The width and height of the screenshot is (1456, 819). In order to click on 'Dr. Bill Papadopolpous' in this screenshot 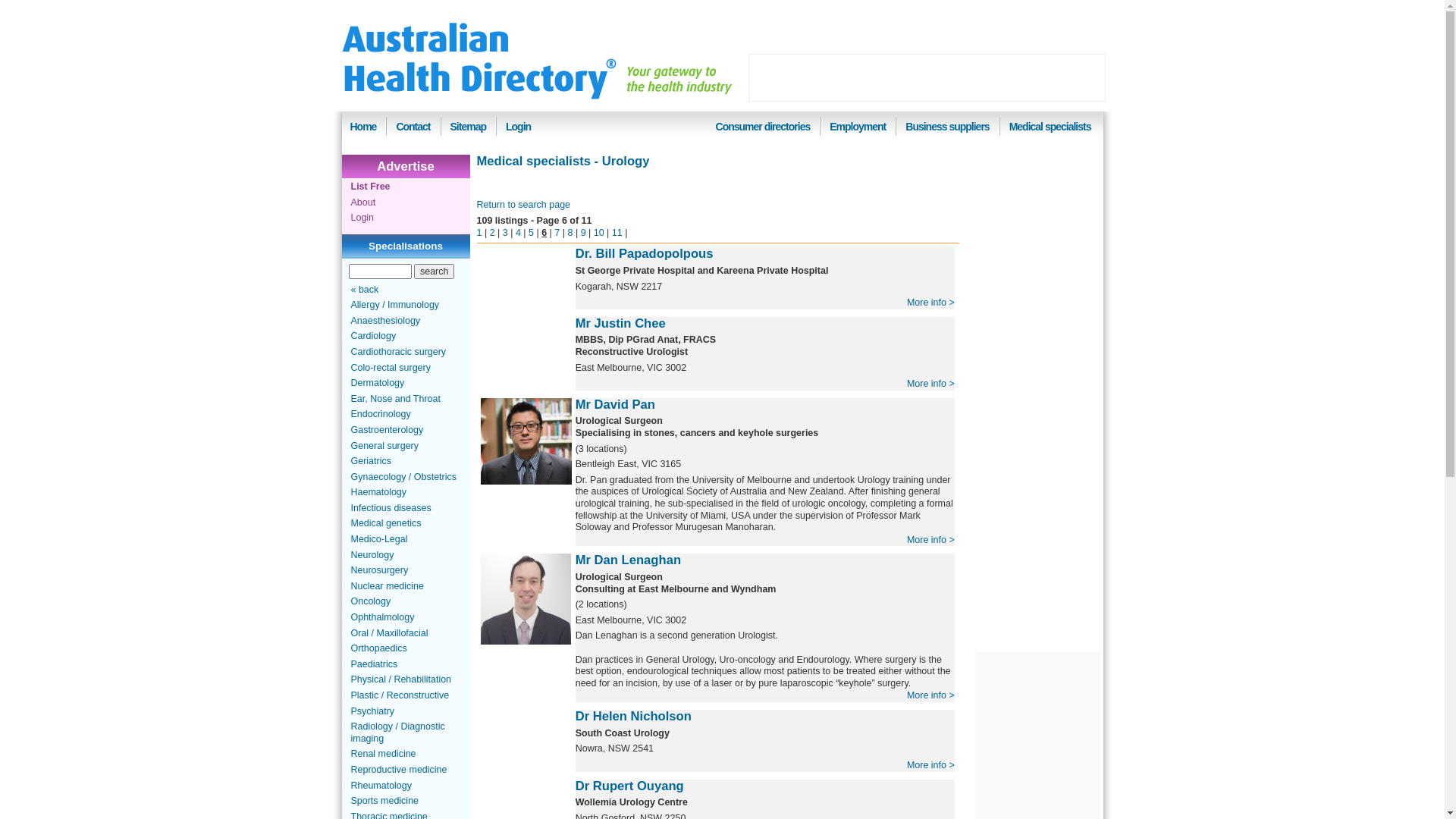, I will do `click(574, 253)`.